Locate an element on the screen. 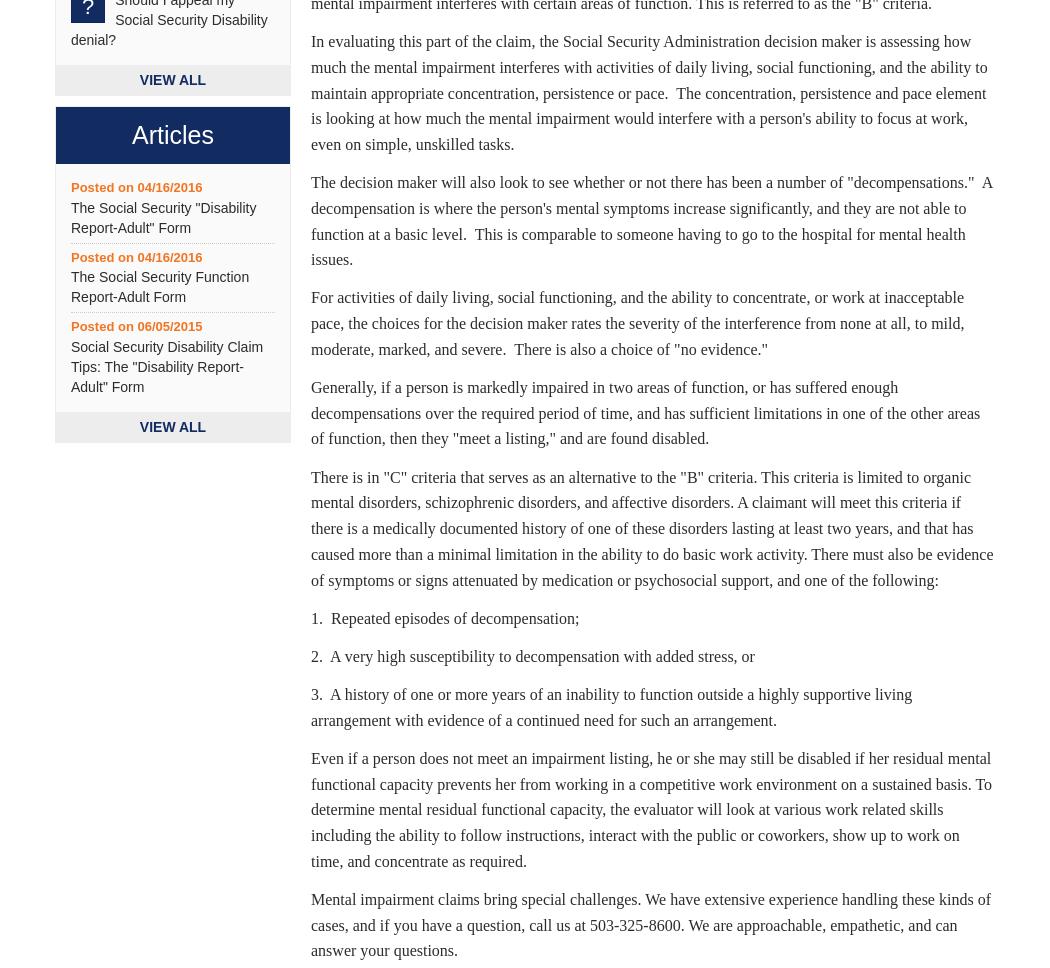 The width and height of the screenshot is (1050, 968). 'The Social Security "Disability Report-Adult" Form' is located at coordinates (163, 216).